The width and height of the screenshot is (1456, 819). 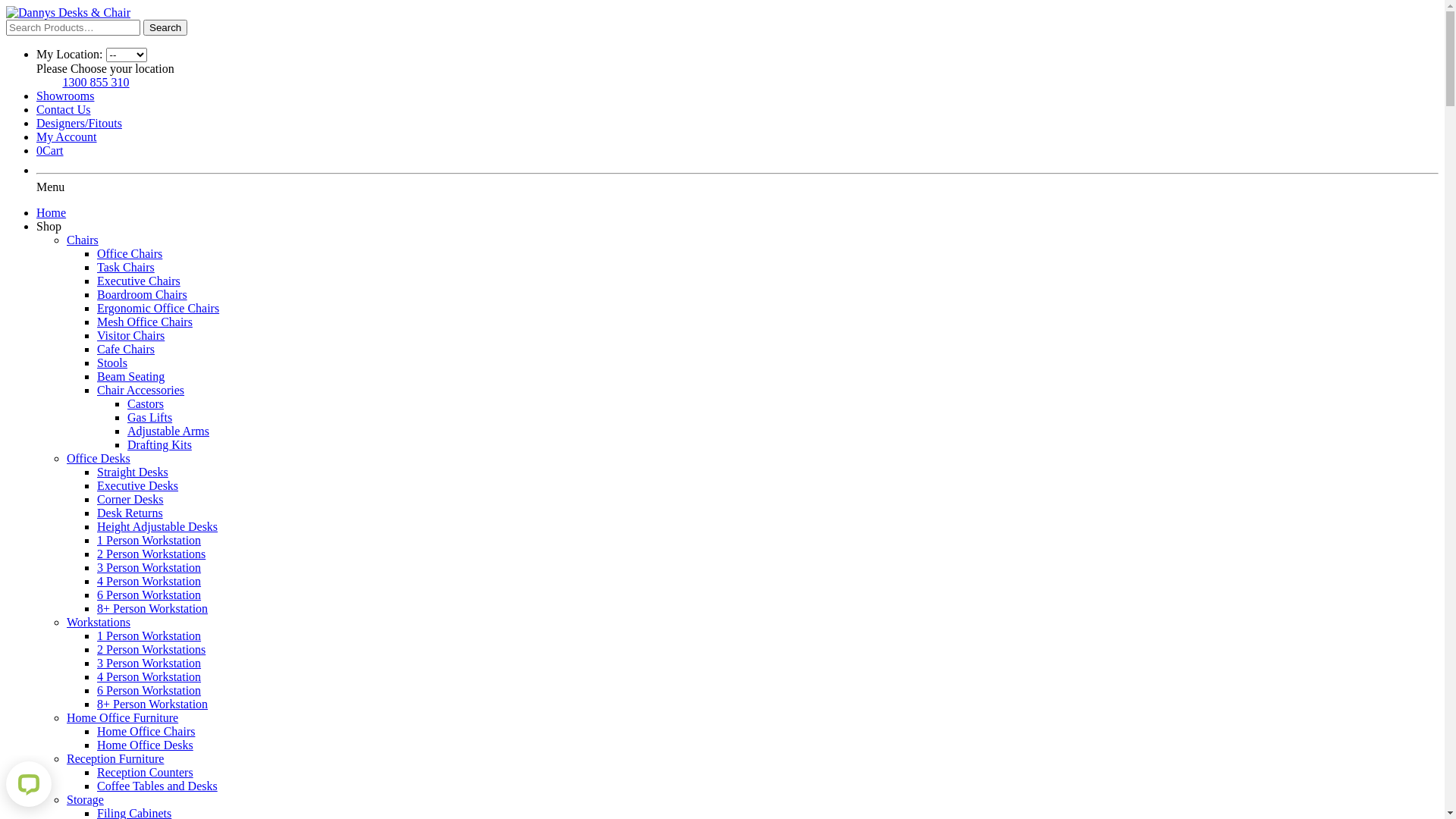 I want to click on 'Adjustable Arms', so click(x=168, y=431).